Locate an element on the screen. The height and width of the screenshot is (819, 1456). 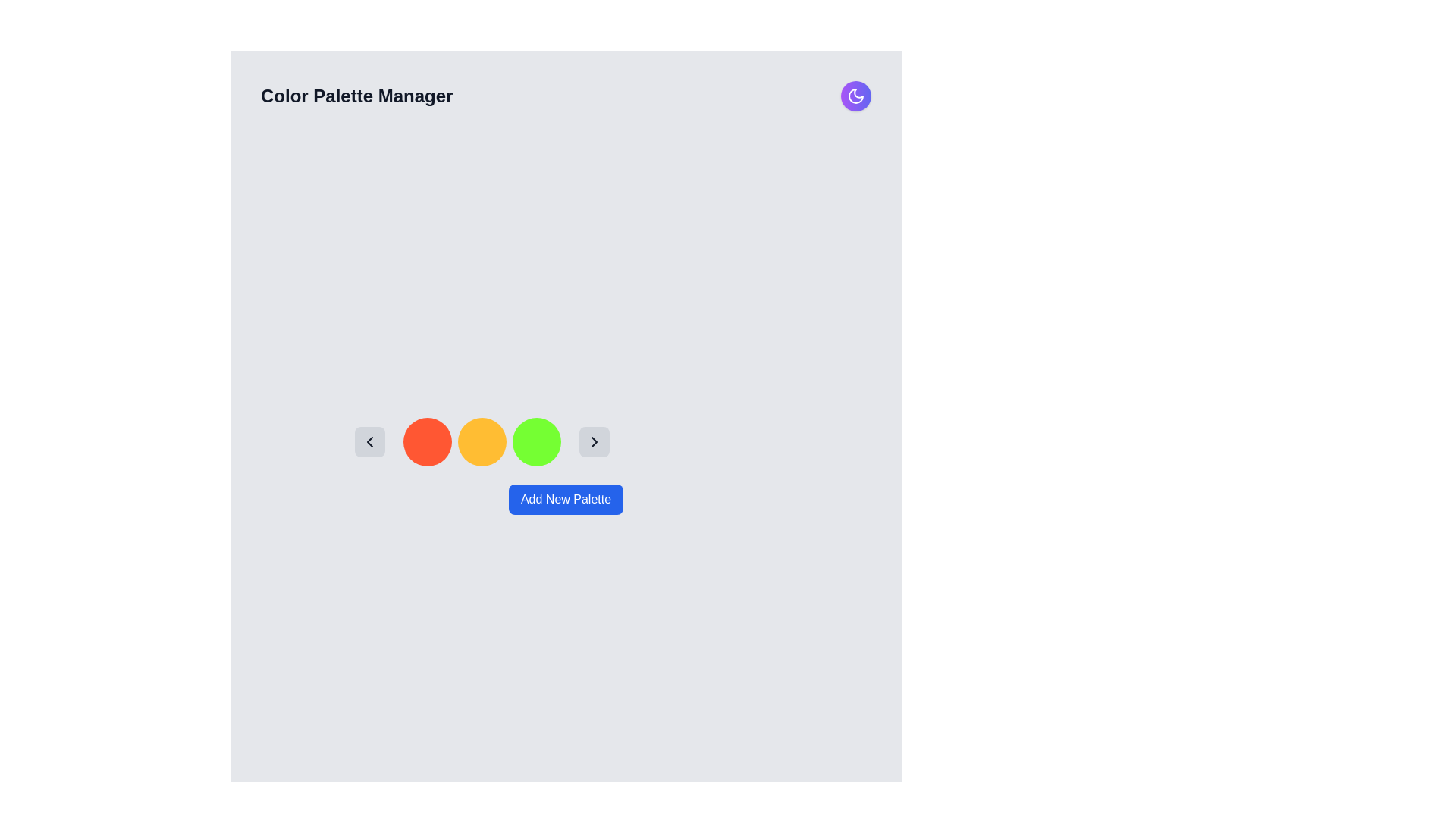
the rightmost navigation button with a light gray background and a right-pointing chevron icon to trigger hover effects is located at coordinates (593, 441).